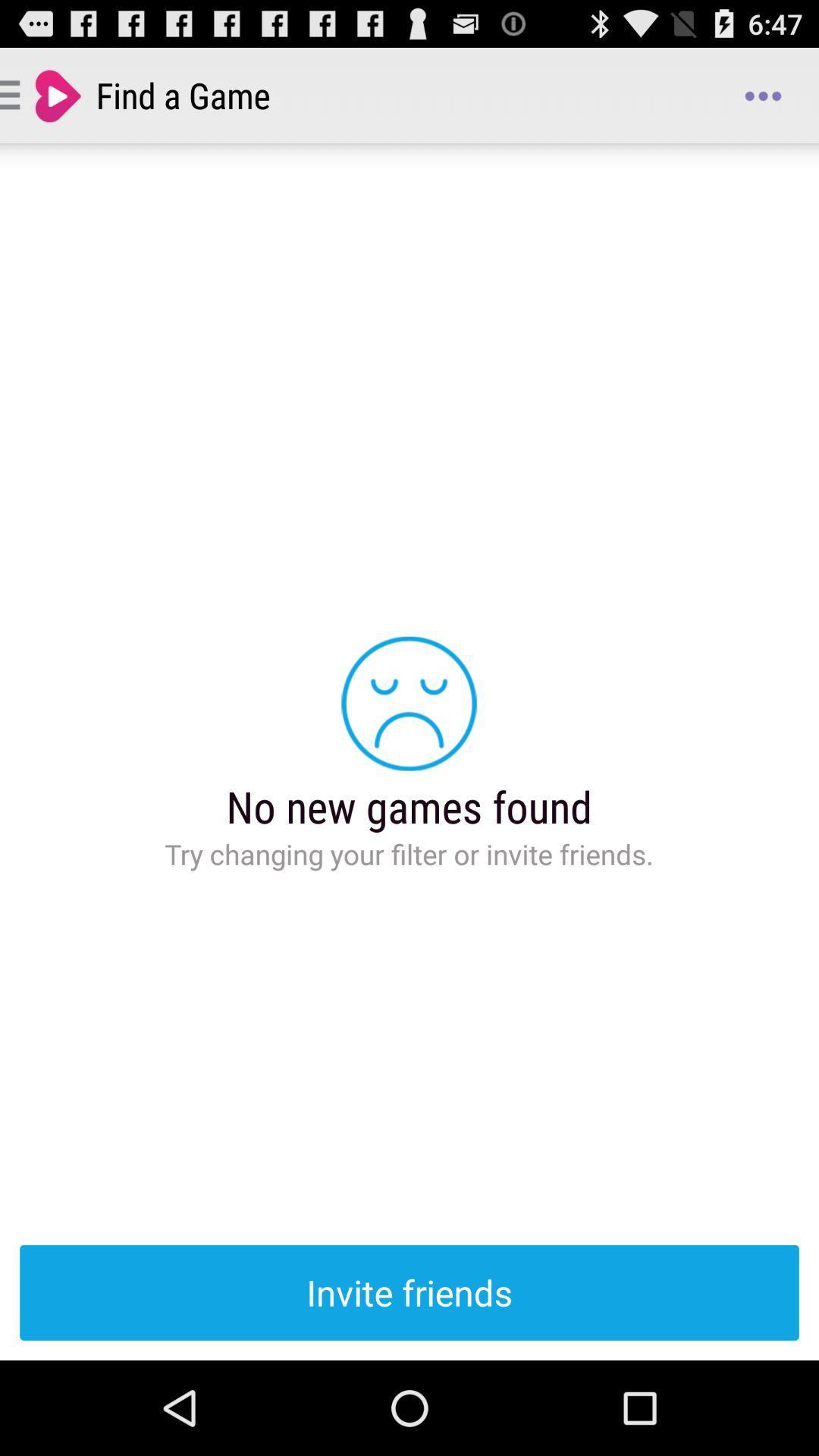  What do you see at coordinates (763, 94) in the screenshot?
I see `icon to the right of find a game app` at bounding box center [763, 94].